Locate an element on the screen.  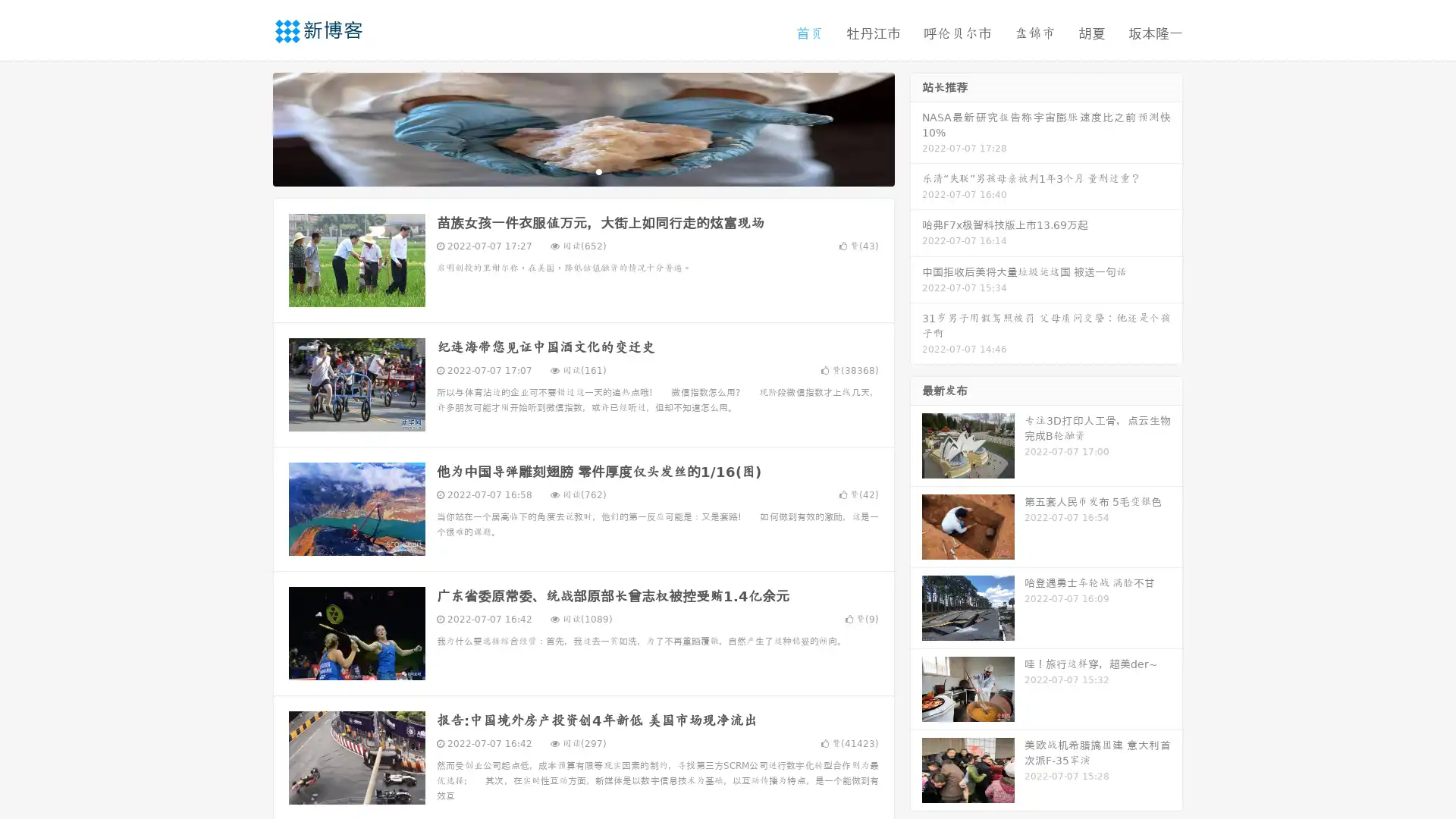
Go to slide 2 is located at coordinates (582, 171).